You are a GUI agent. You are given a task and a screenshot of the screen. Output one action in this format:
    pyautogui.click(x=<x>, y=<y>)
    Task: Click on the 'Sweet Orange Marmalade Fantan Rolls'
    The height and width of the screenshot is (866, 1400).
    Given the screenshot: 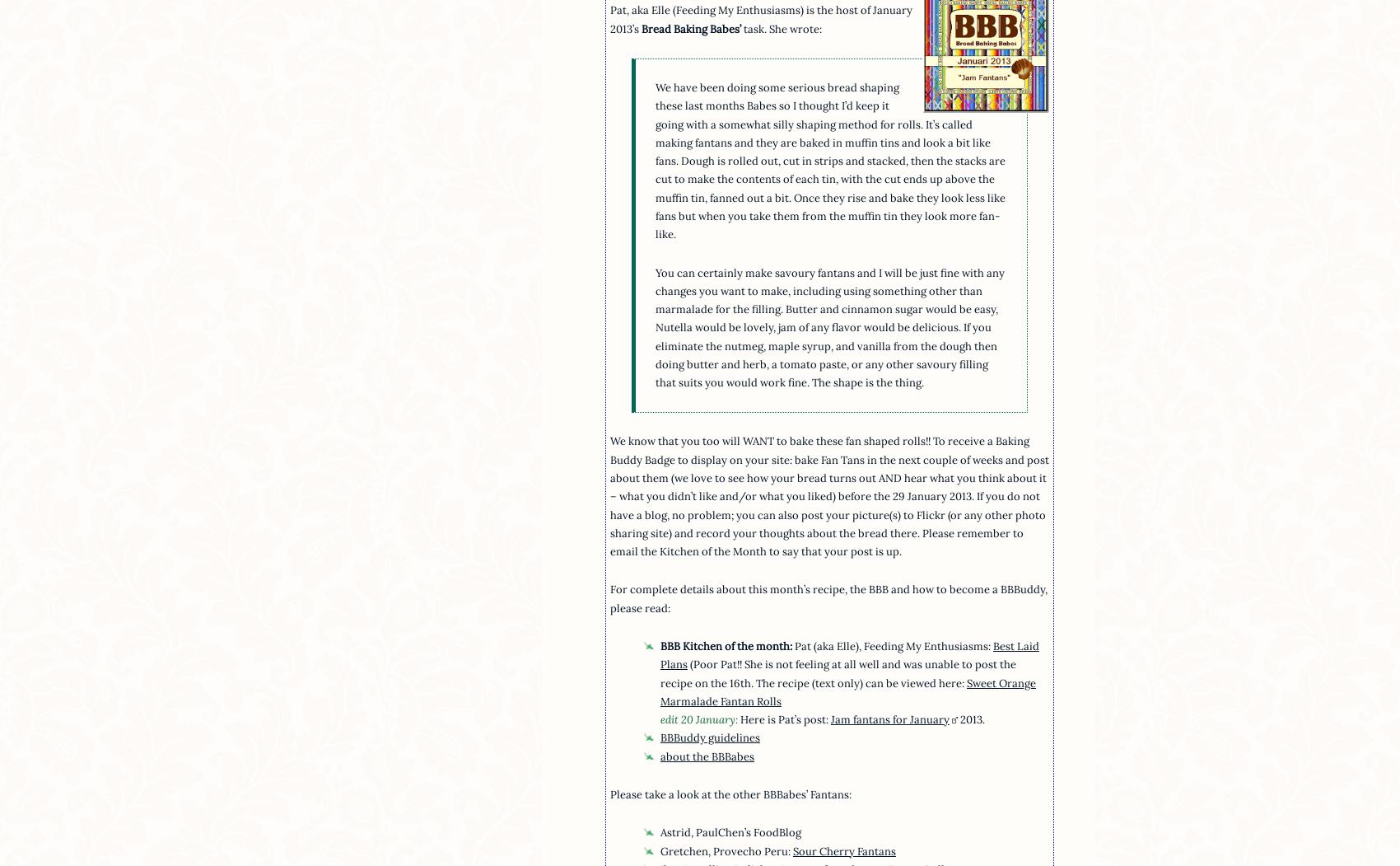 What is the action you would take?
    pyautogui.click(x=847, y=691)
    